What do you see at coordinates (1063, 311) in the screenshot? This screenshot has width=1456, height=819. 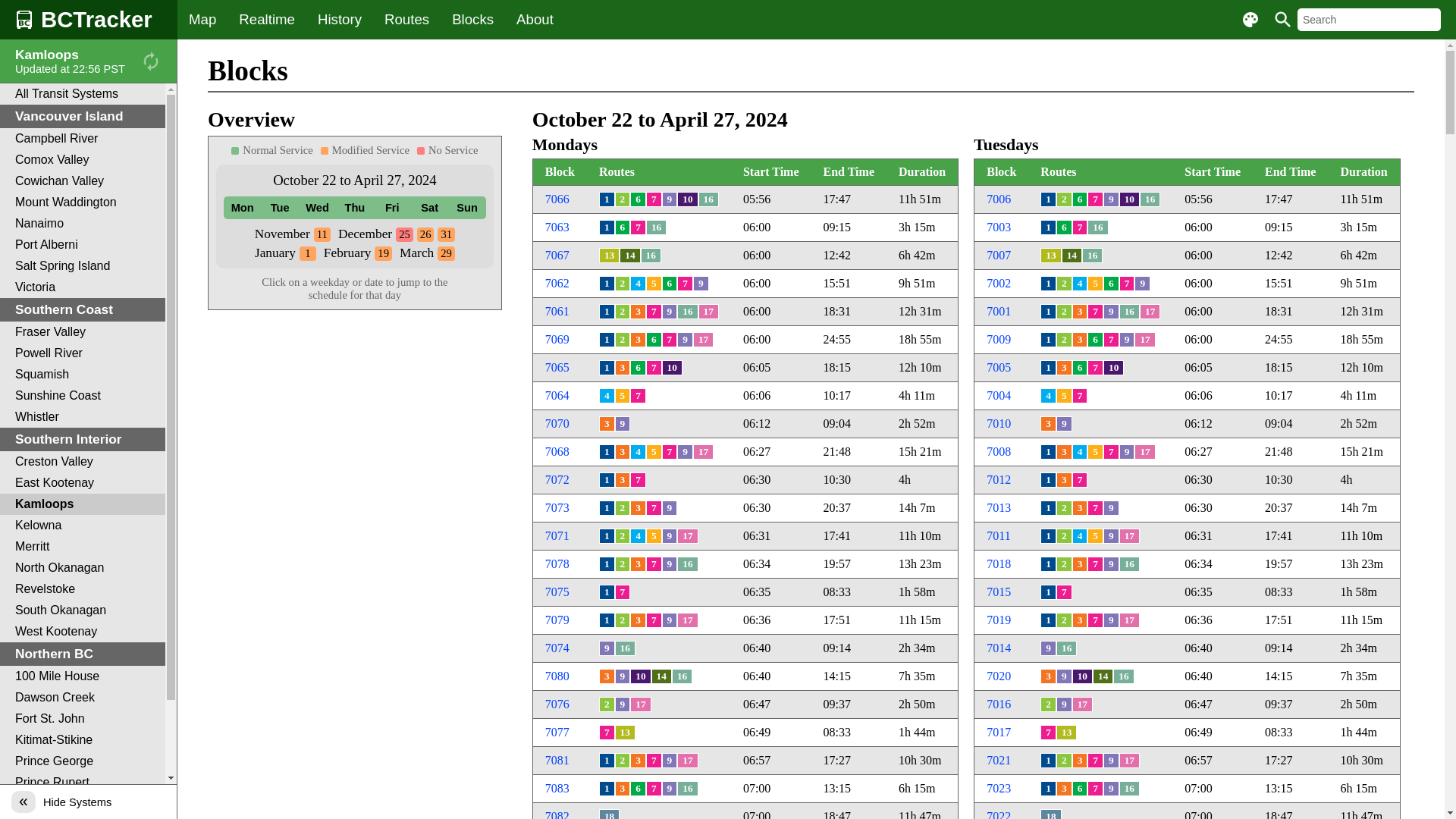 I see `'2'` at bounding box center [1063, 311].